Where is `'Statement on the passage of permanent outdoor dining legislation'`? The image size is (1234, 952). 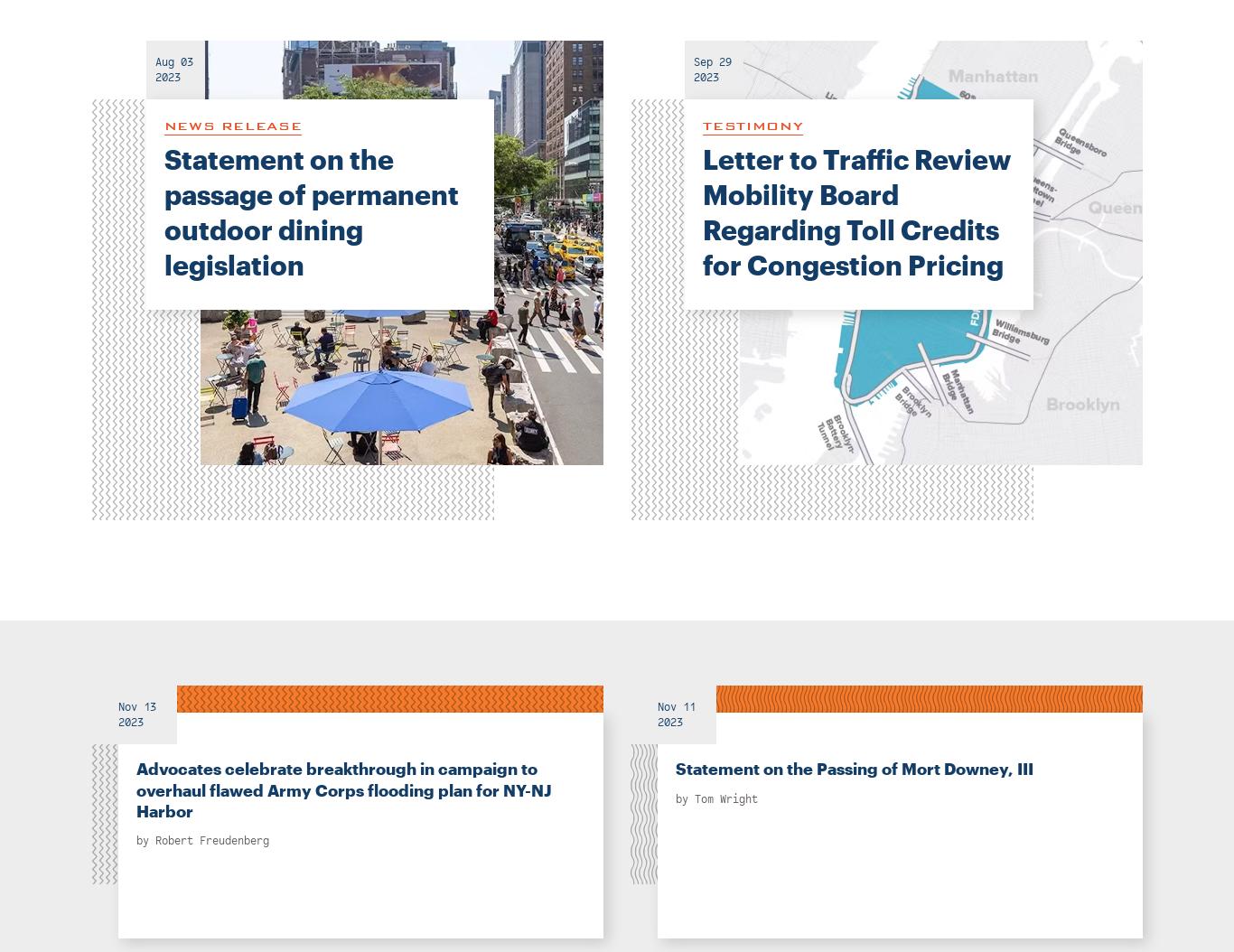 'Statement on the passage of permanent outdoor dining legislation' is located at coordinates (309, 212).